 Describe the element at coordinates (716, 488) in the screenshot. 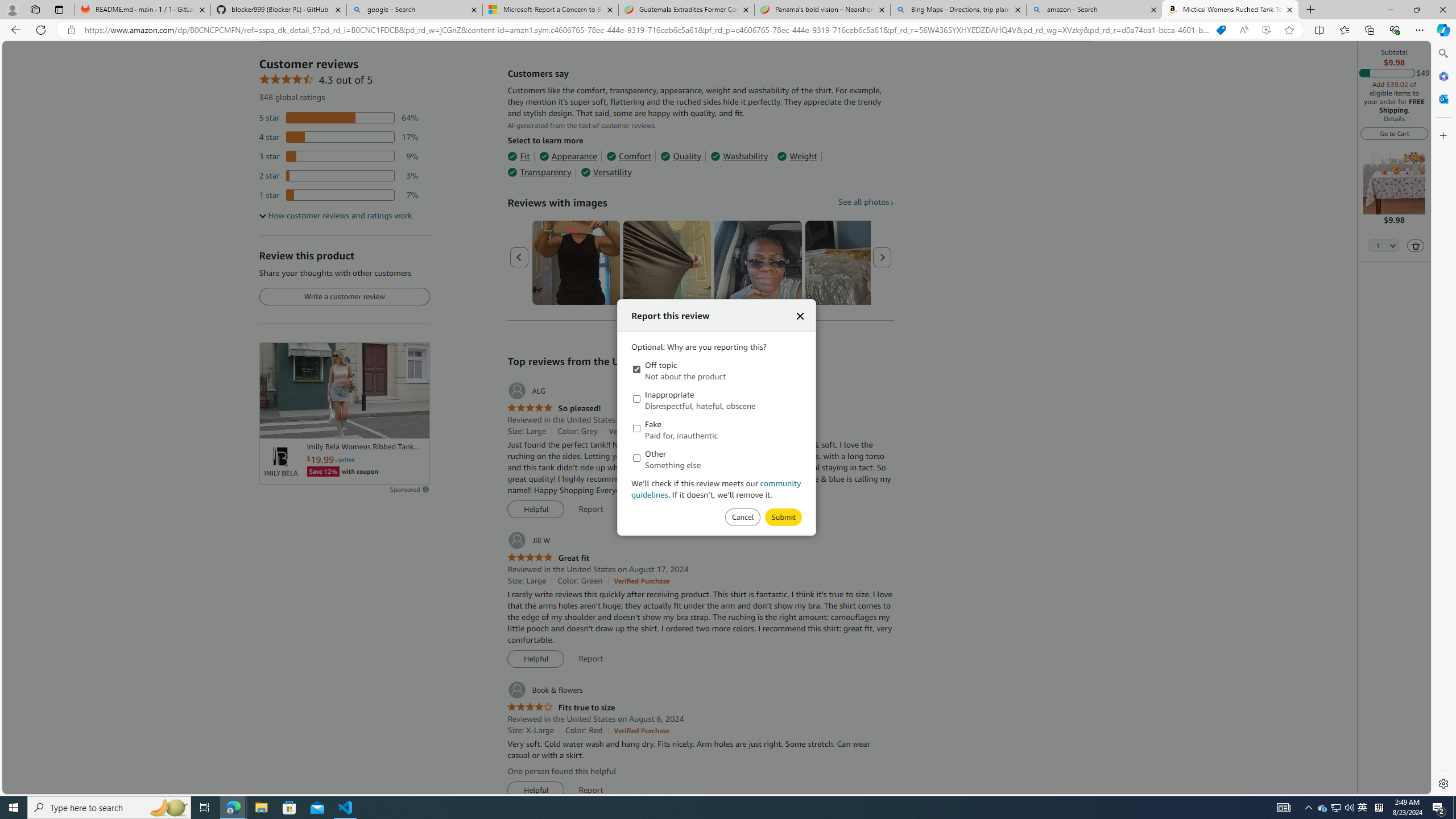

I see `'community guidelines'` at that location.